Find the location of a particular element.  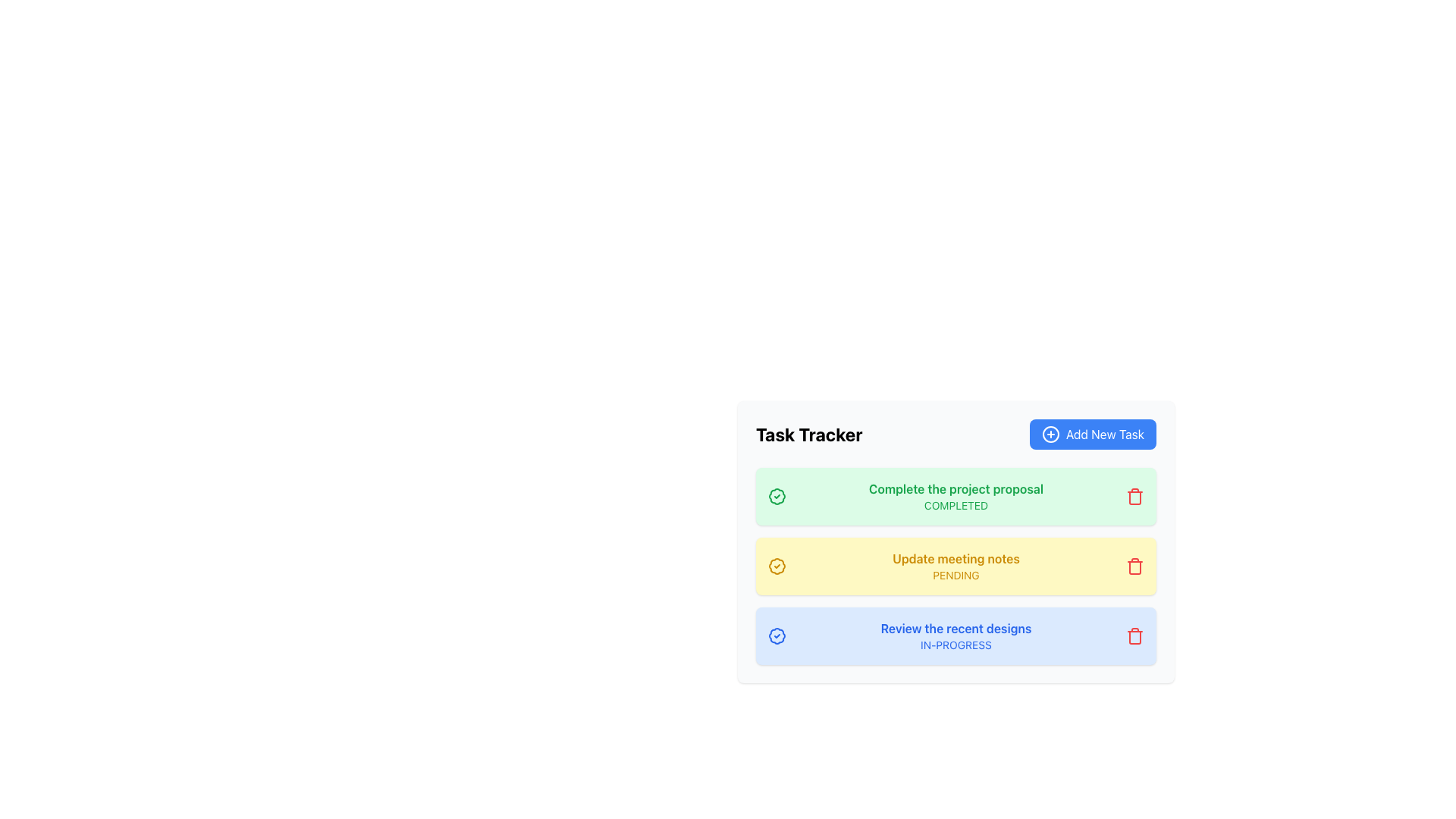

the pending status icon located in the yellow-highlighted row titled 'Update meeting notes', which is positioned to the left of the text 'Update meeting notes PENDING' is located at coordinates (777, 566).